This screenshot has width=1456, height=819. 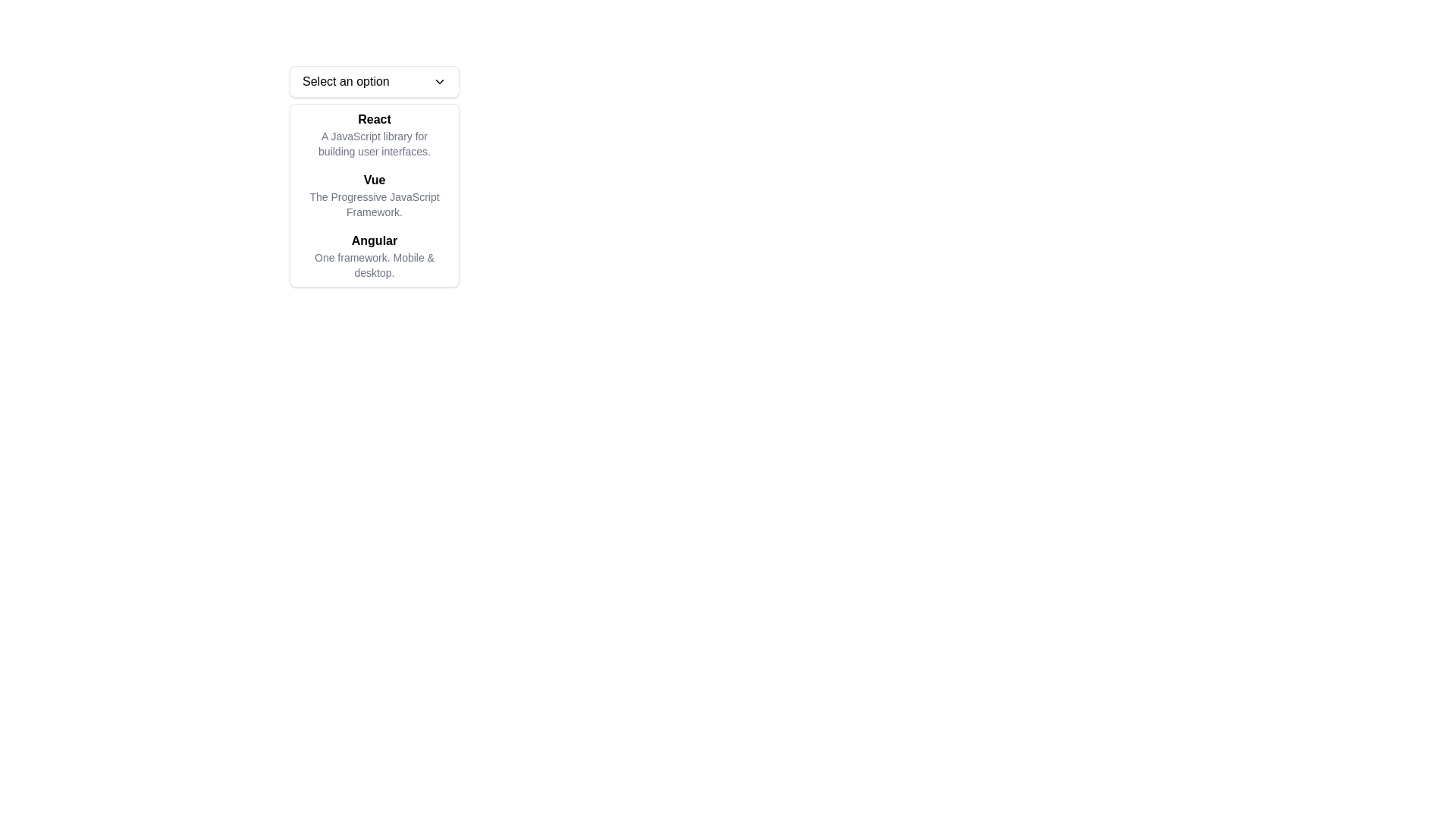 I want to click on to select the 'React' option in the dropdown menu, which is the first selectable item listed above 'Vue' and 'Angular', so click(x=375, y=133).